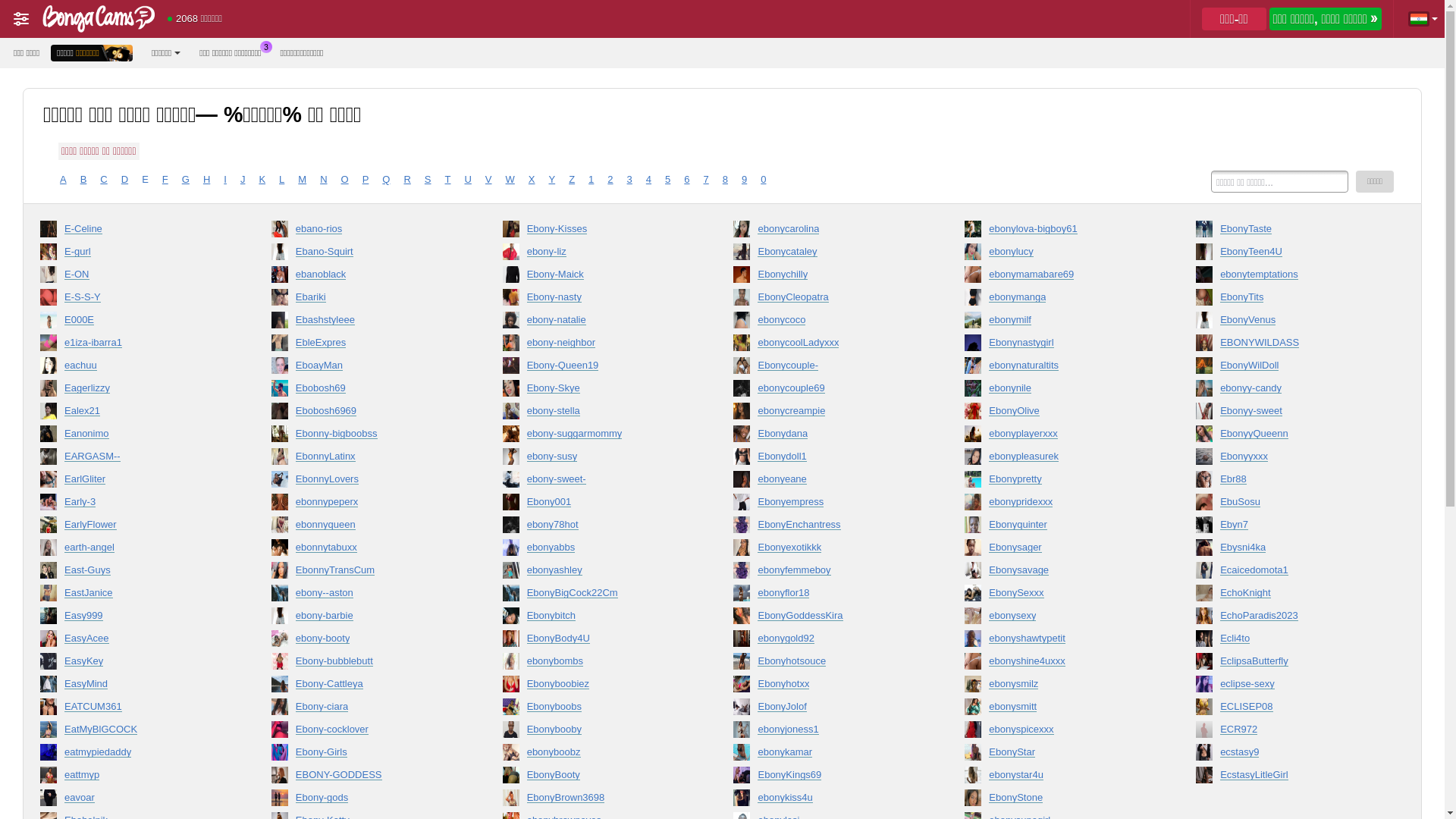 The image size is (1456, 819). Describe the element at coordinates (826, 800) in the screenshot. I see `'ebonykiss4u'` at that location.